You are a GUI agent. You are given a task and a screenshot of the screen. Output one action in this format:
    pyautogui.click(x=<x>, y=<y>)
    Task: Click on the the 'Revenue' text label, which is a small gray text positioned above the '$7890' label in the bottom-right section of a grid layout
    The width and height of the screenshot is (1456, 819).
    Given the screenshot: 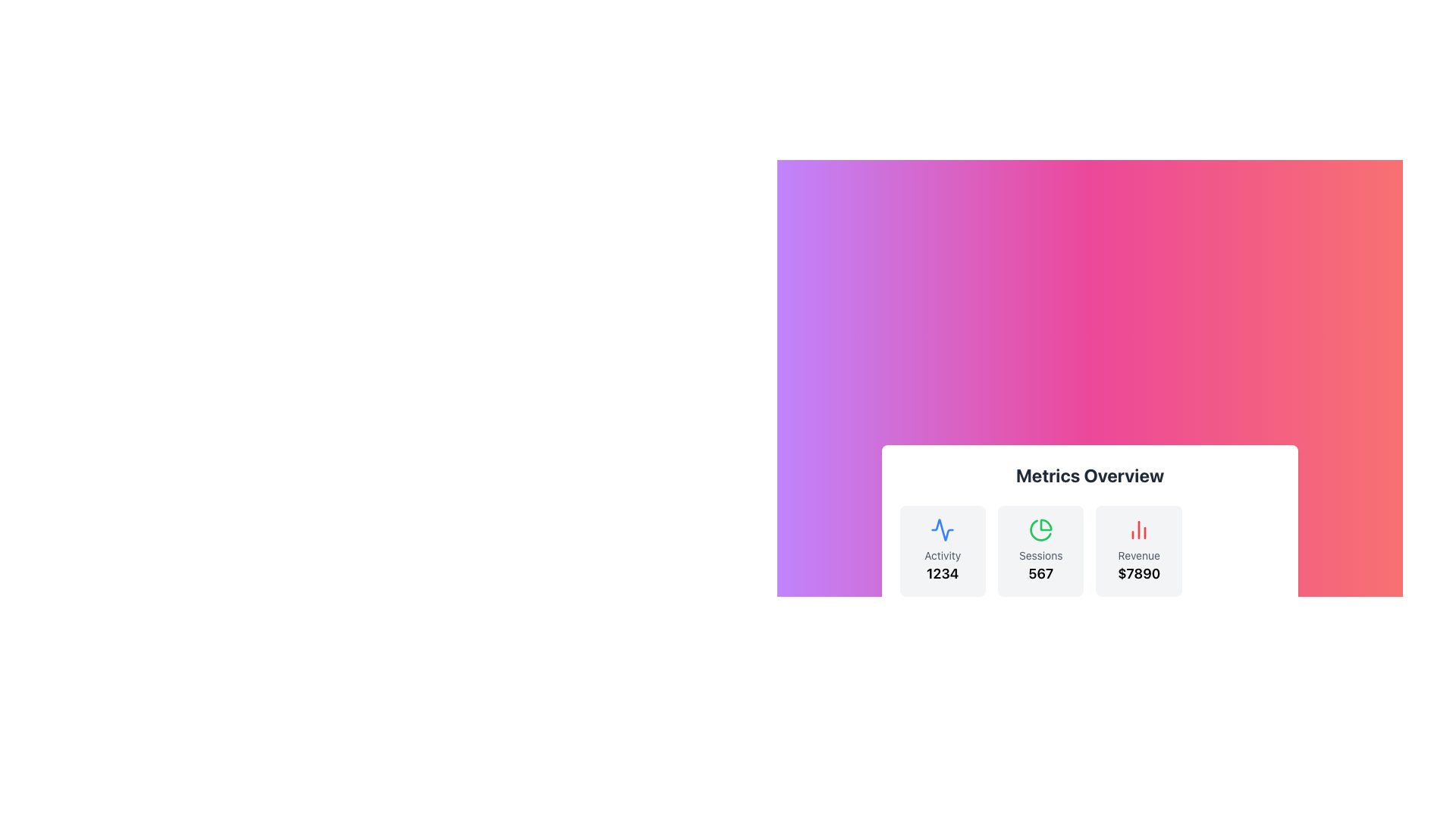 What is the action you would take?
    pyautogui.click(x=1139, y=555)
    